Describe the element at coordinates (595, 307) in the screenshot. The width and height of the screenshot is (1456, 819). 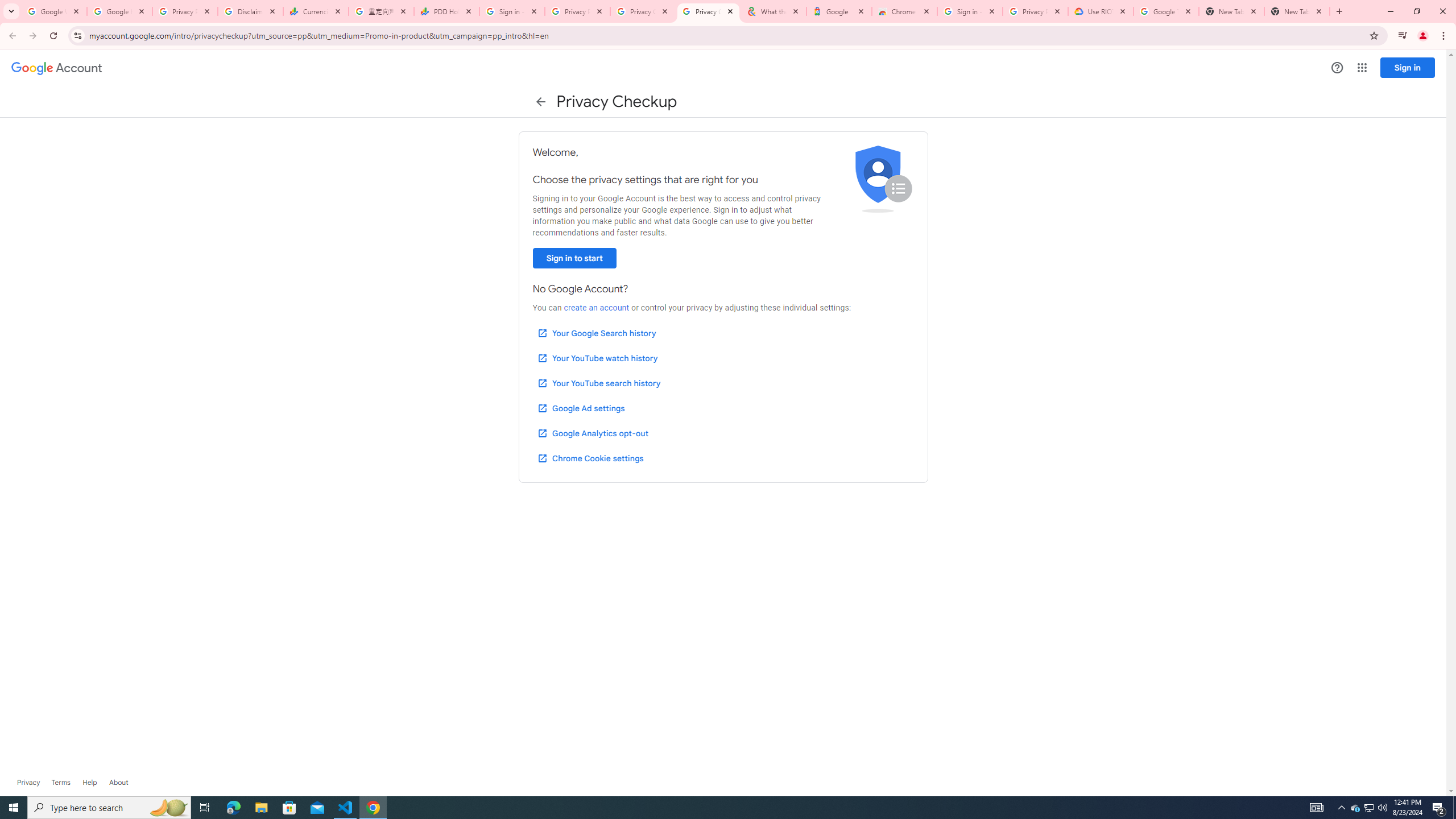
I see `'create an account'` at that location.